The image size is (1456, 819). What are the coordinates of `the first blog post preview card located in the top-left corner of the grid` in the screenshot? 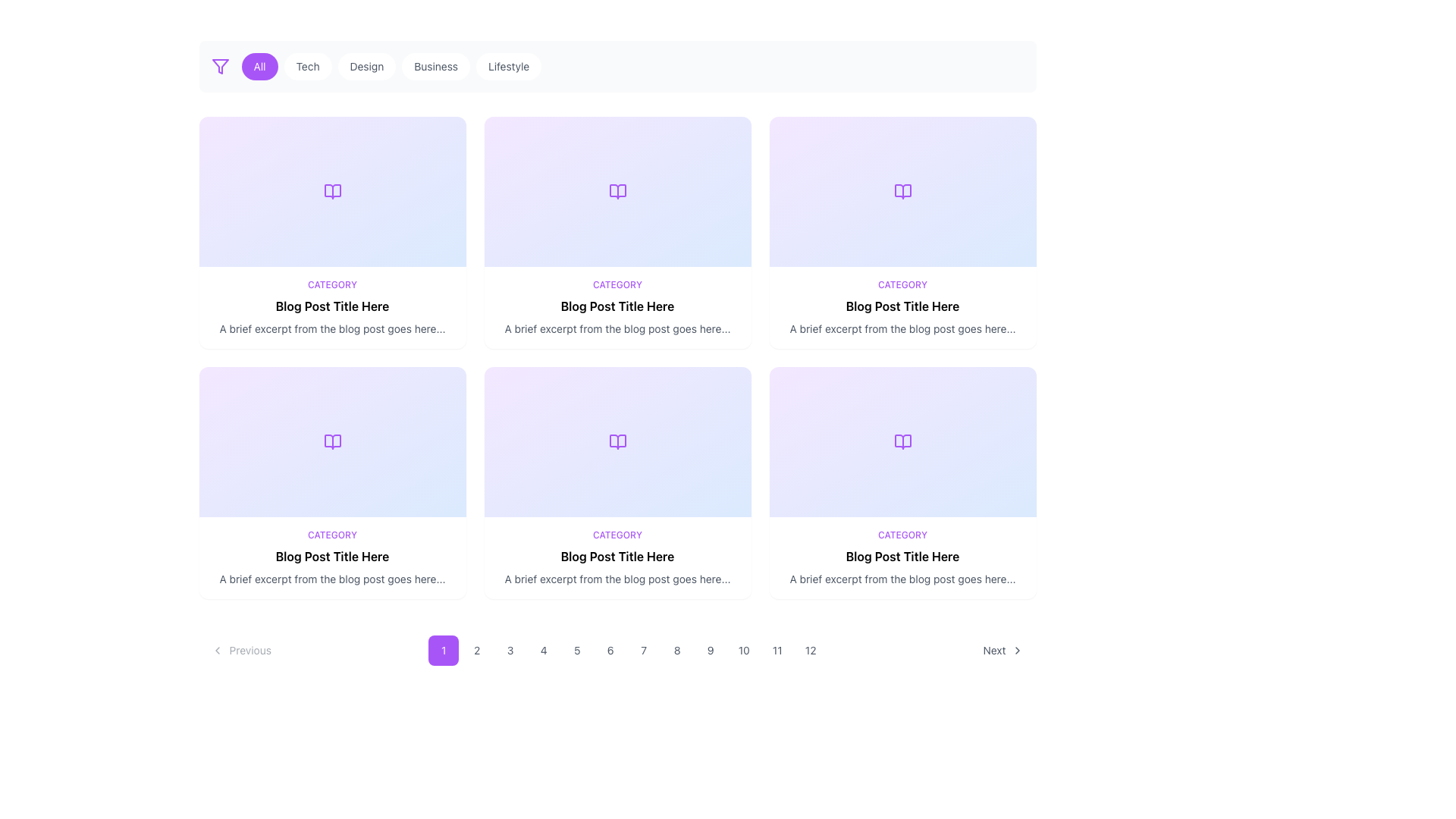 It's located at (331, 233).